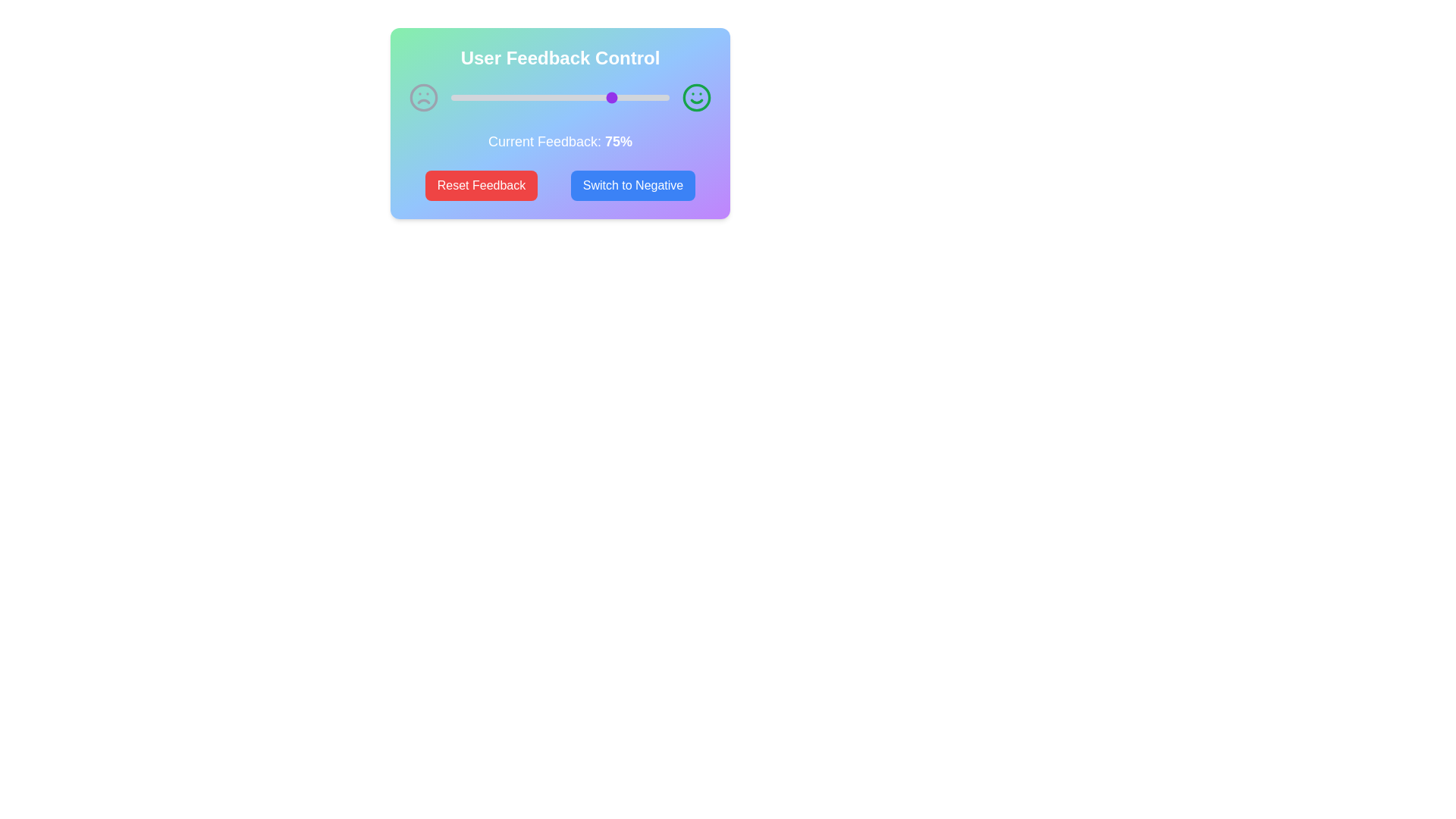  What do you see at coordinates (613, 97) in the screenshot?
I see `the feedback slider to set the feedback percentage to 74` at bounding box center [613, 97].